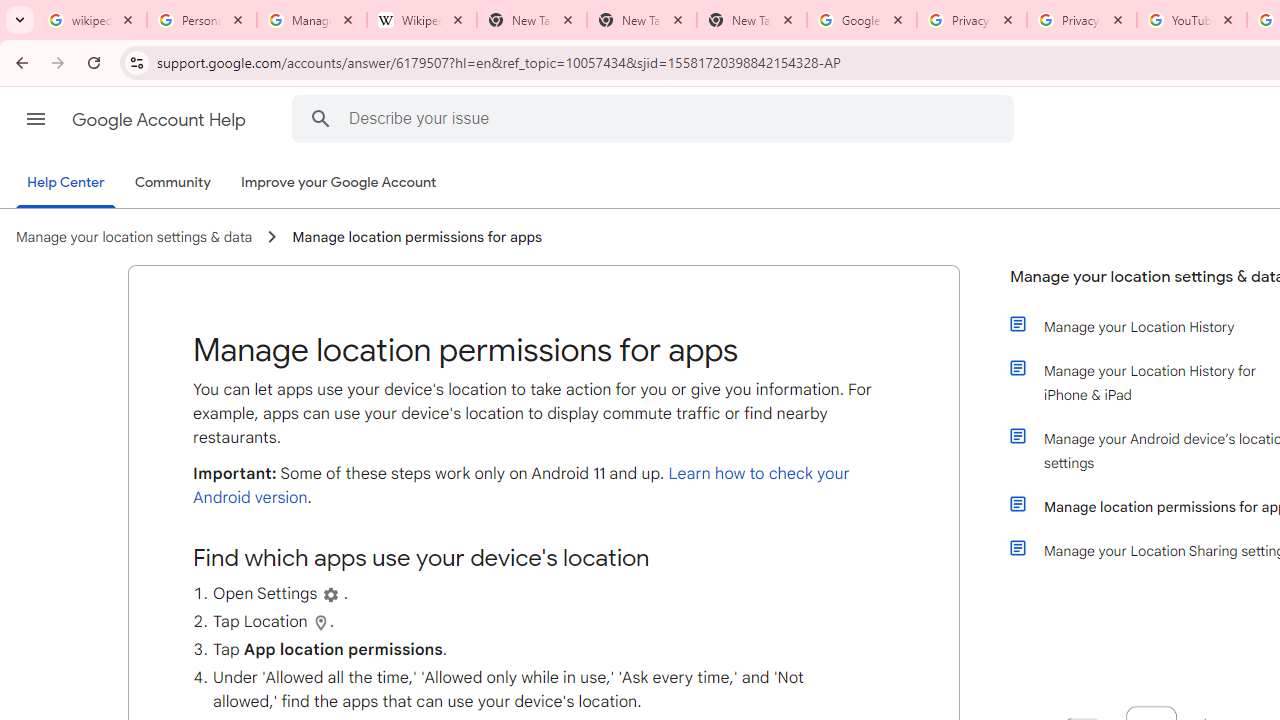  What do you see at coordinates (656, 118) in the screenshot?
I see `'Describe your issue'` at bounding box center [656, 118].